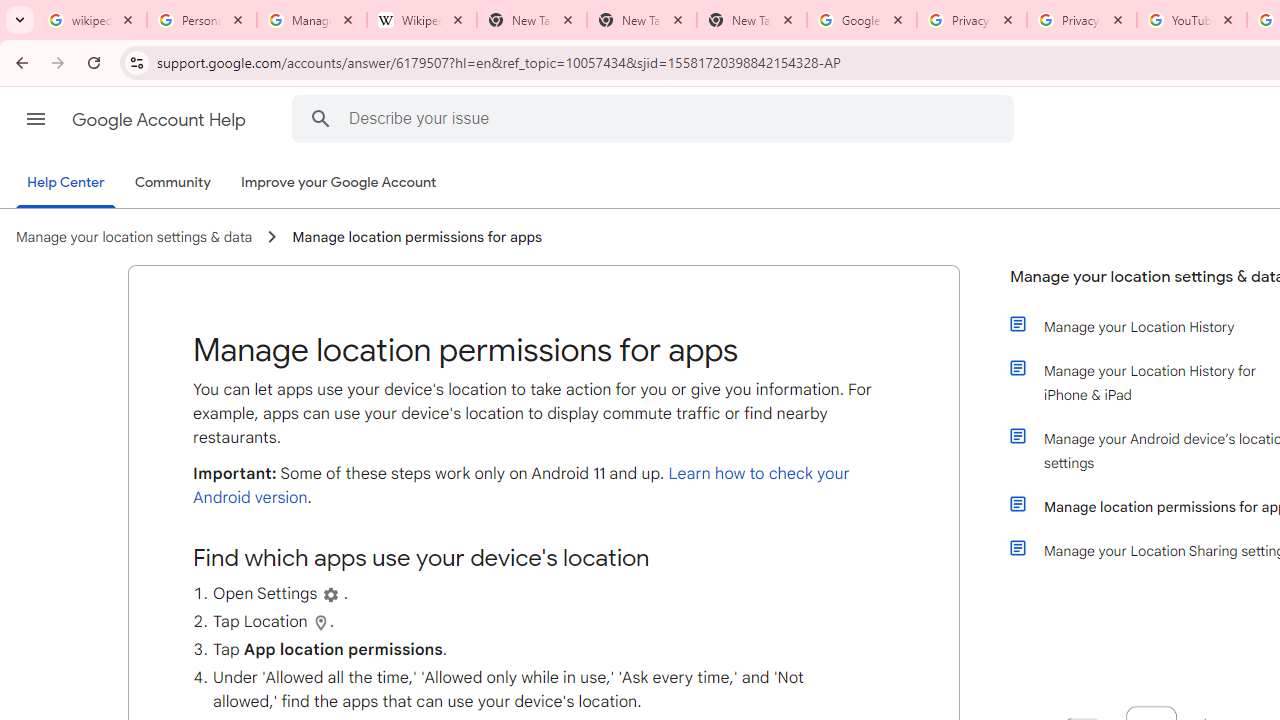  What do you see at coordinates (656, 118) in the screenshot?
I see `'Describe your issue'` at bounding box center [656, 118].